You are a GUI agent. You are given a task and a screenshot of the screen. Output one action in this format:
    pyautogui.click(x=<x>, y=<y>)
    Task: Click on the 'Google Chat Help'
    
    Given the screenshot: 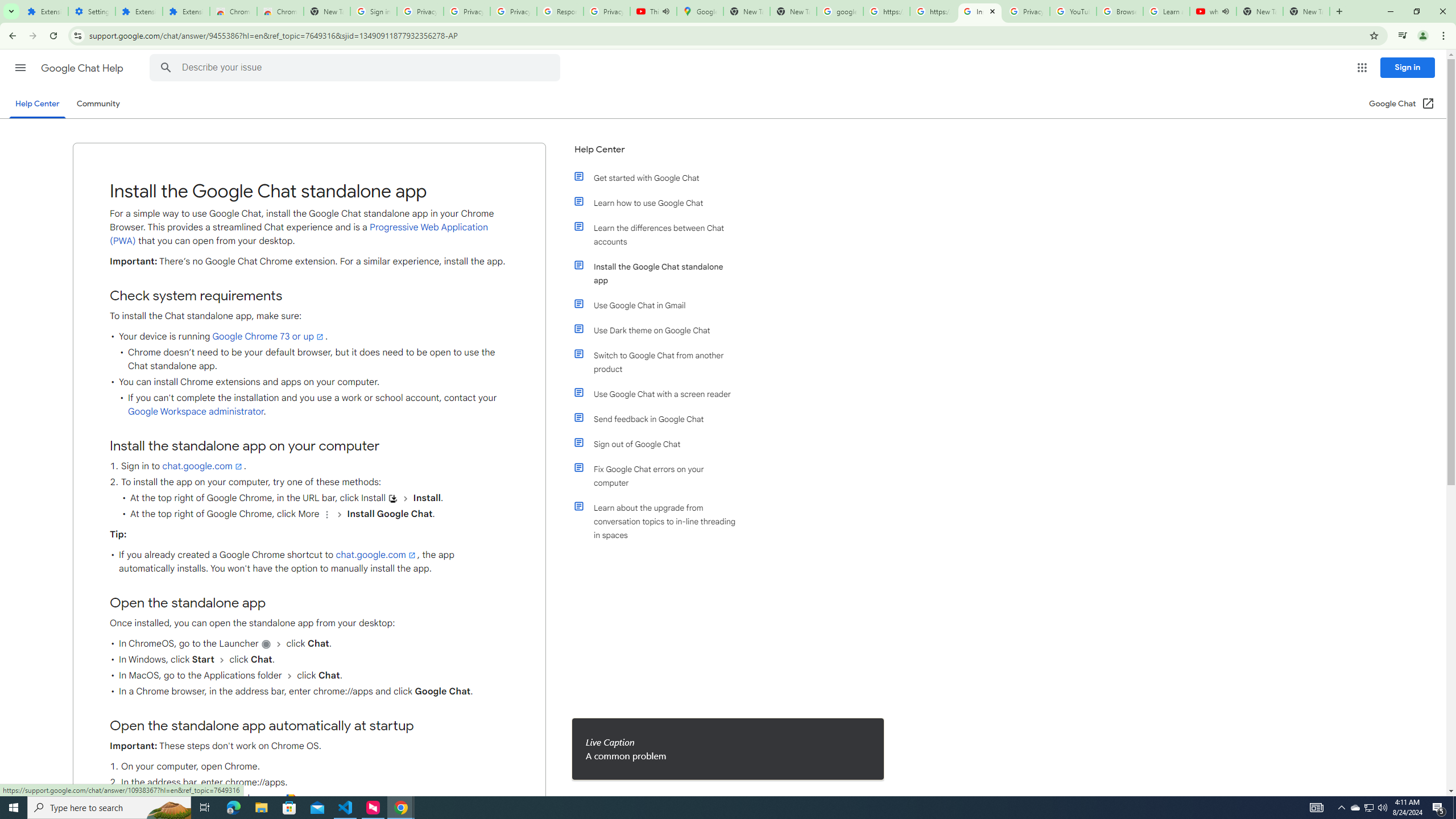 What is the action you would take?
    pyautogui.click(x=82, y=68)
    